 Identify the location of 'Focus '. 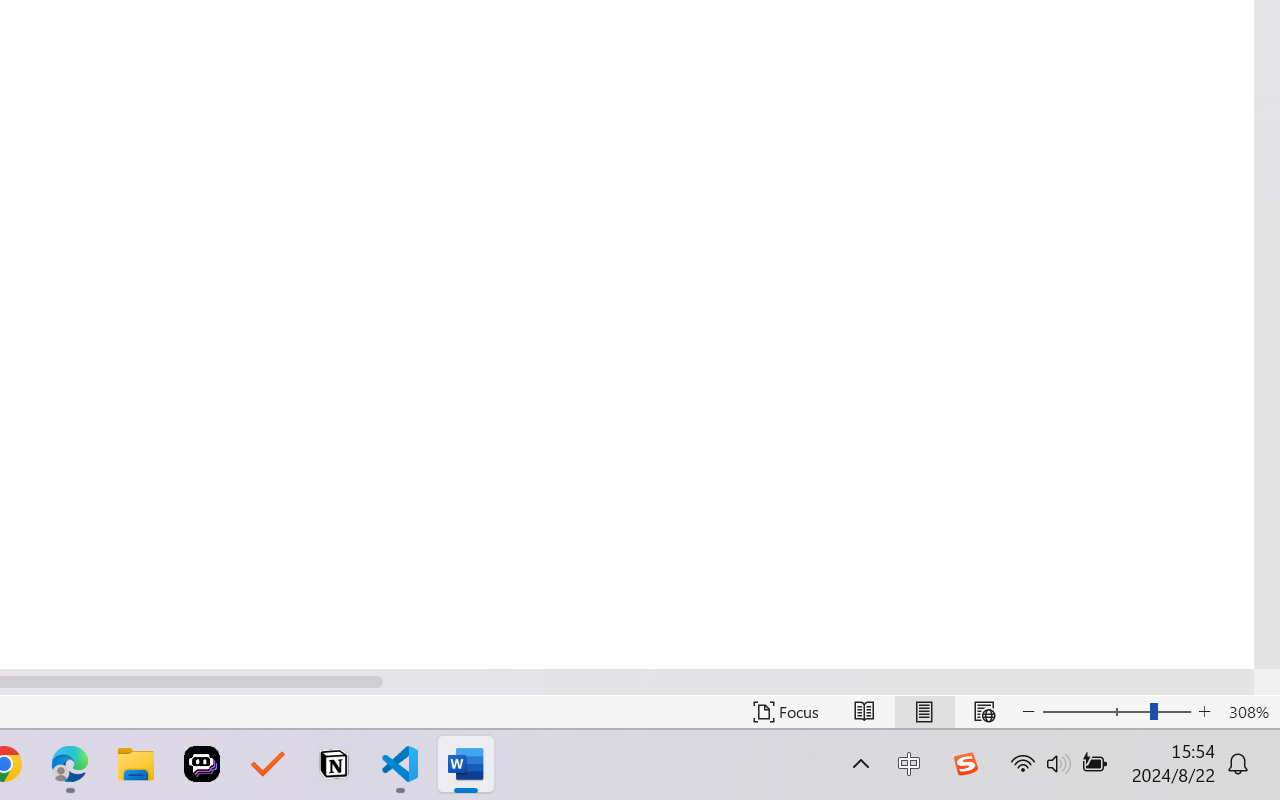
(785, 711).